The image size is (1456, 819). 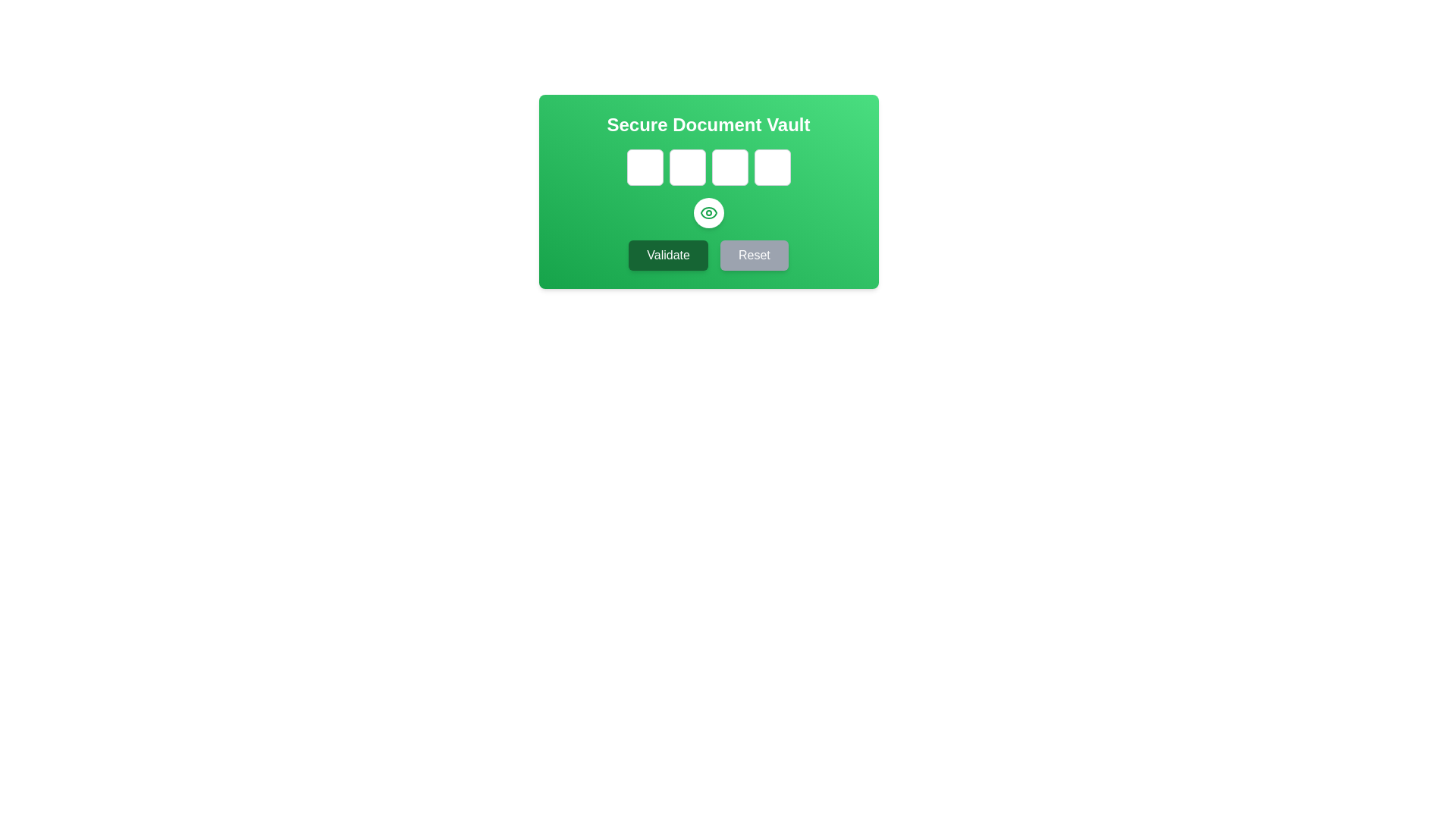 What do you see at coordinates (708, 213) in the screenshot?
I see `the circular visibility control button with a white background and green border, located between the 'Validate' and 'Reset' buttons` at bounding box center [708, 213].